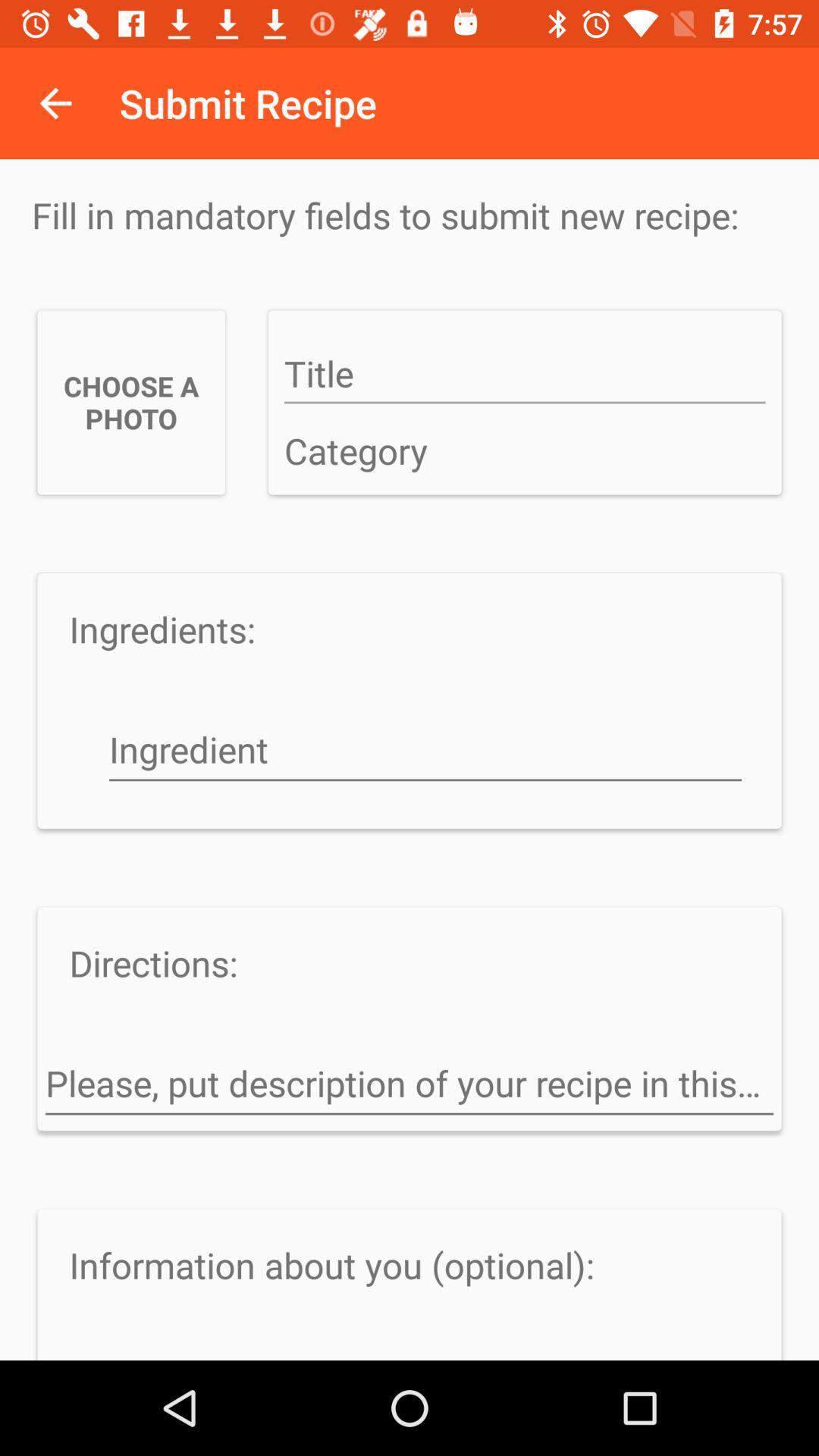  I want to click on text, so click(524, 375).